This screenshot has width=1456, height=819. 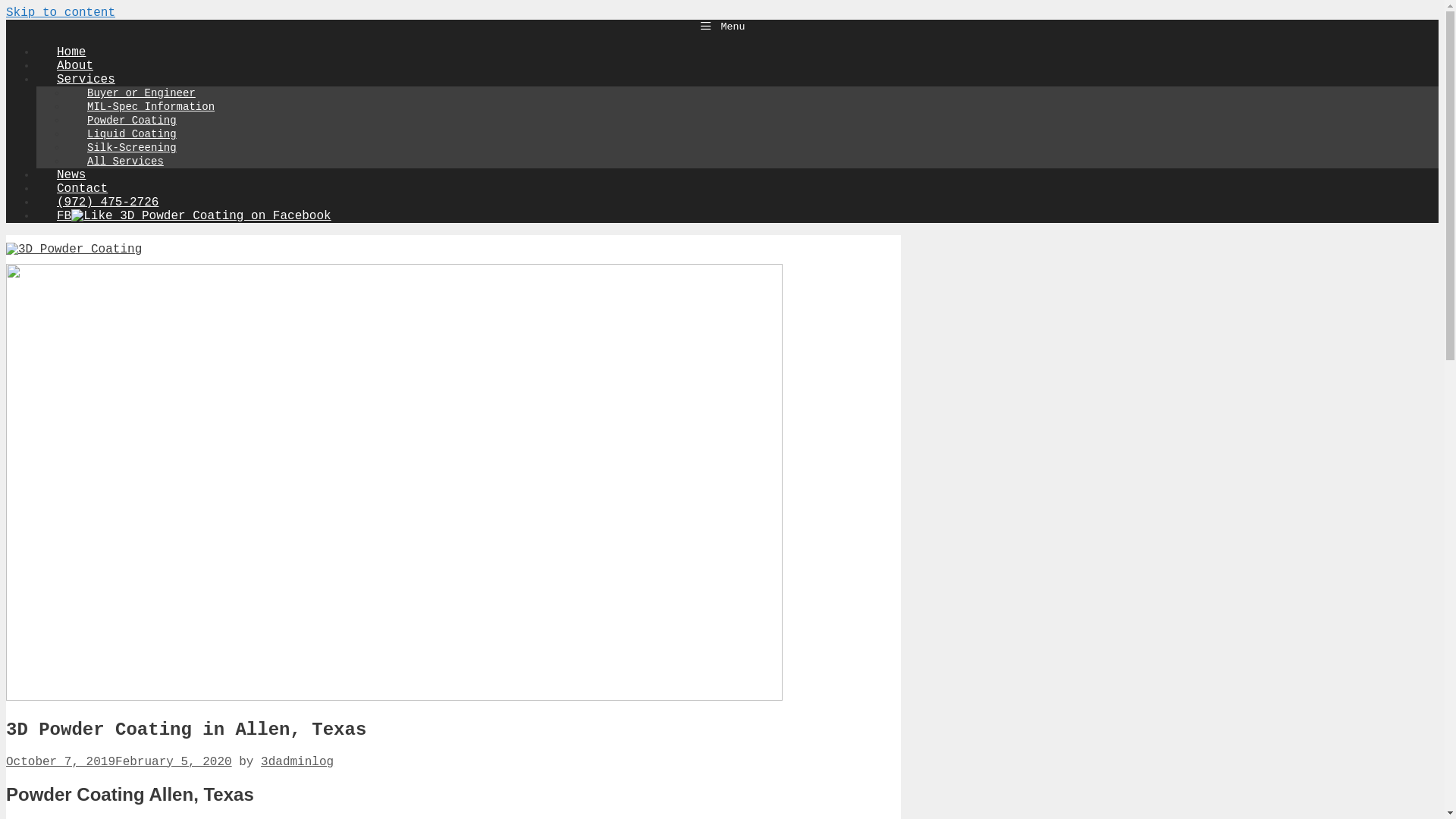 What do you see at coordinates (125, 161) in the screenshot?
I see `'All Services'` at bounding box center [125, 161].